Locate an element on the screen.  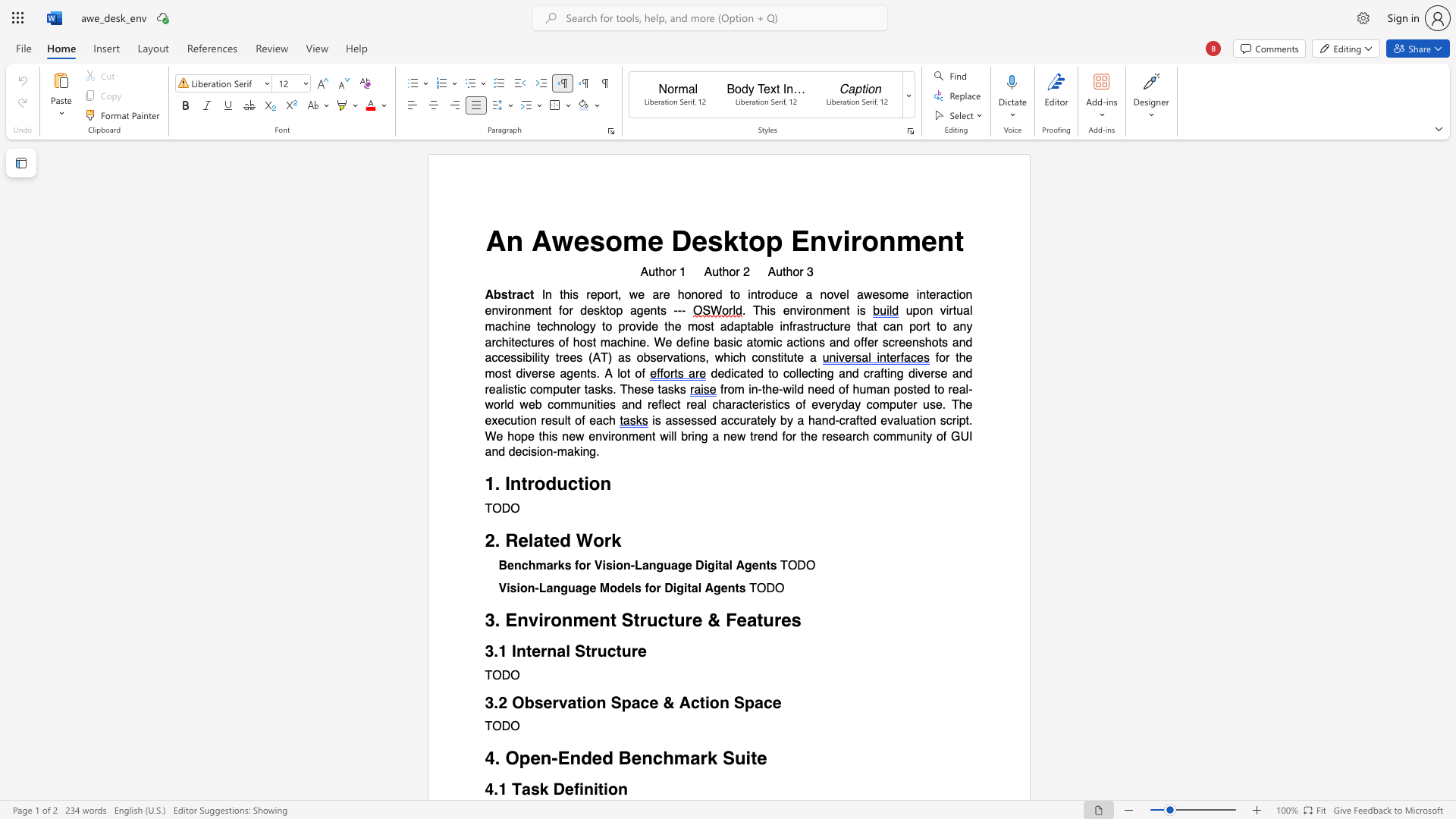
the 6th character "s" in the text is located at coordinates (670, 388).